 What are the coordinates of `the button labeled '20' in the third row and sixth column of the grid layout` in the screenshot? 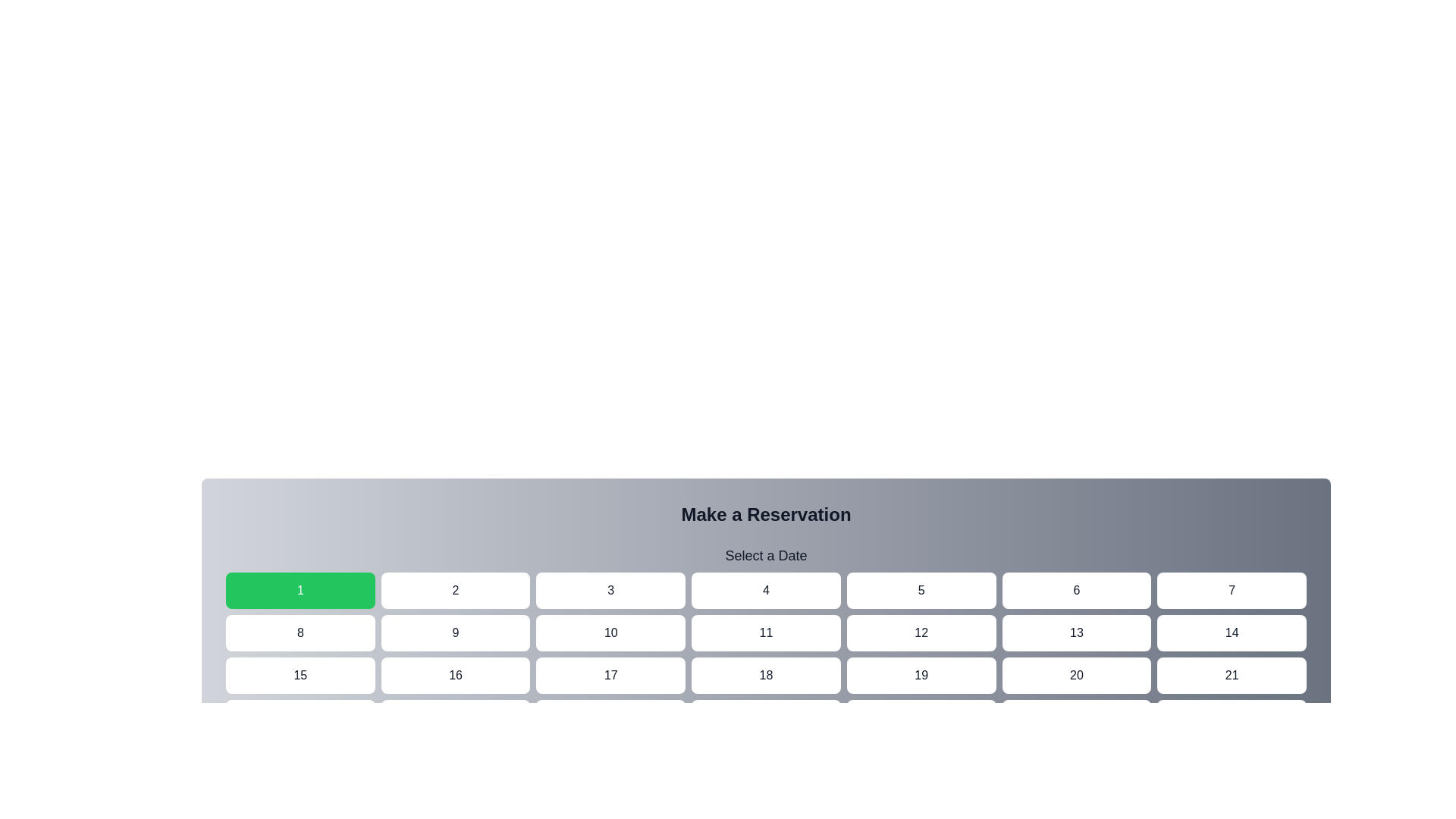 It's located at (1075, 675).